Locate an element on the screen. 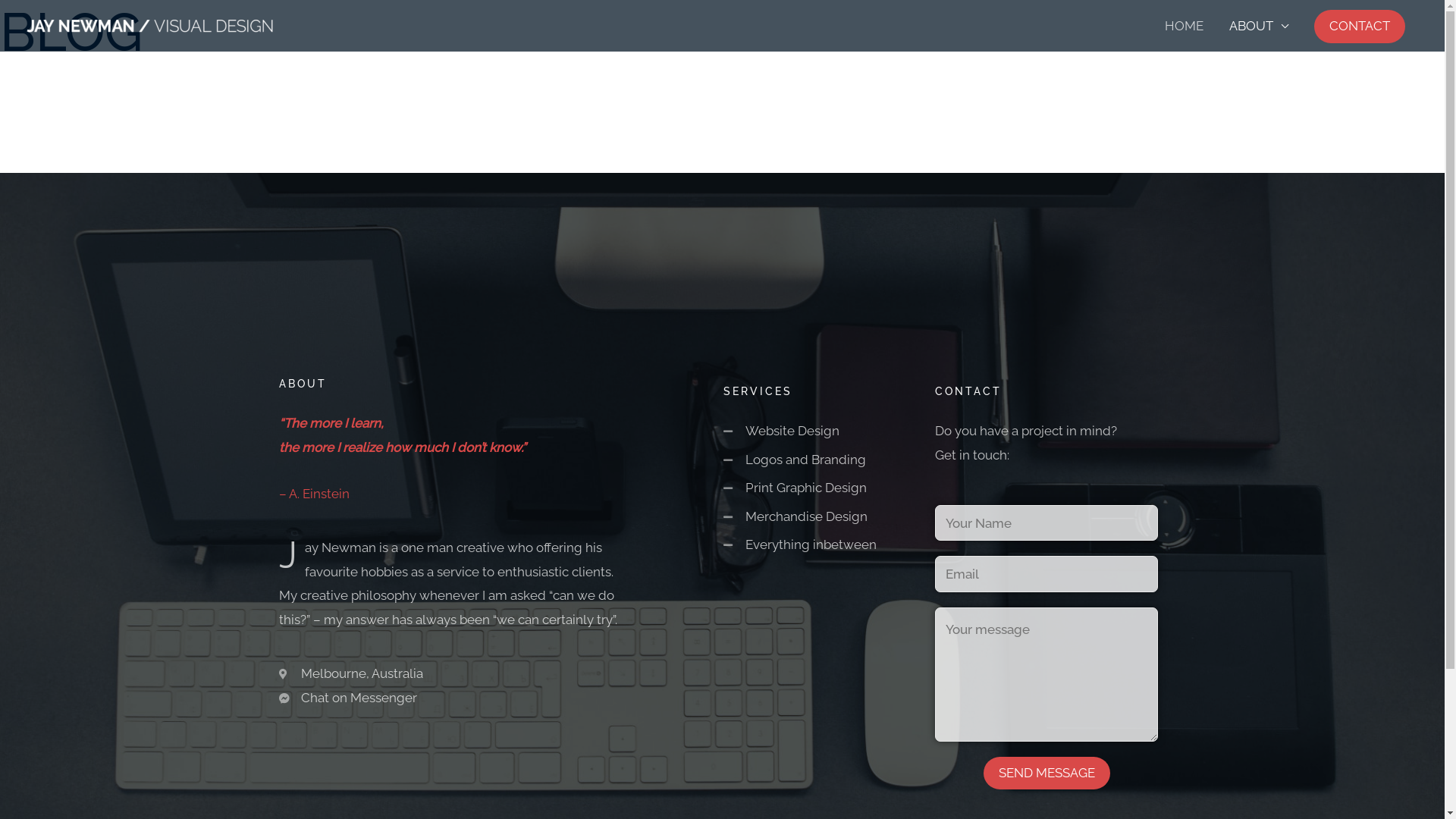  'ABOUT' is located at coordinates (1216, 26).